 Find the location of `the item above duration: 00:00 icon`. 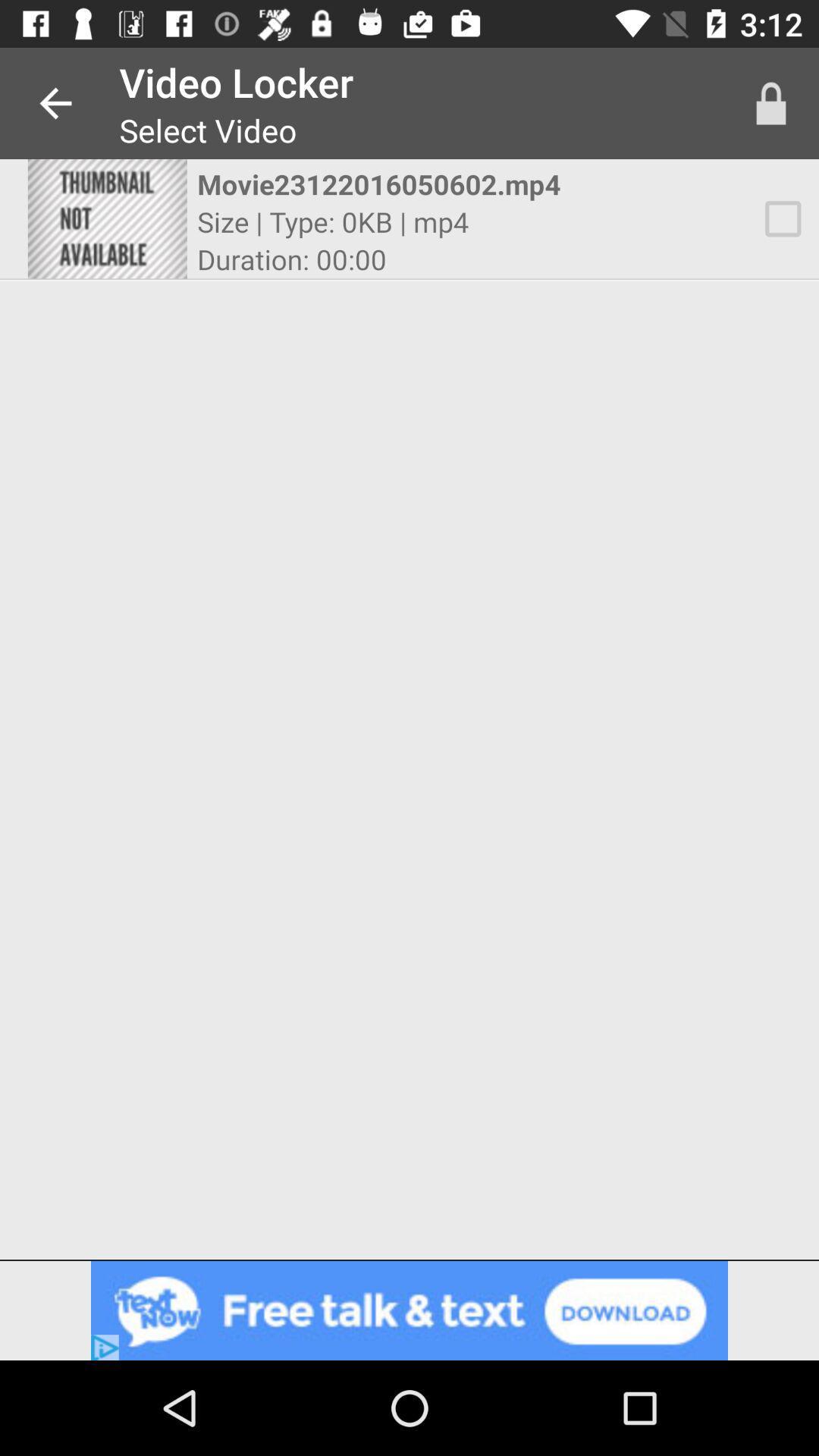

the item above duration: 00:00 icon is located at coordinates (332, 221).